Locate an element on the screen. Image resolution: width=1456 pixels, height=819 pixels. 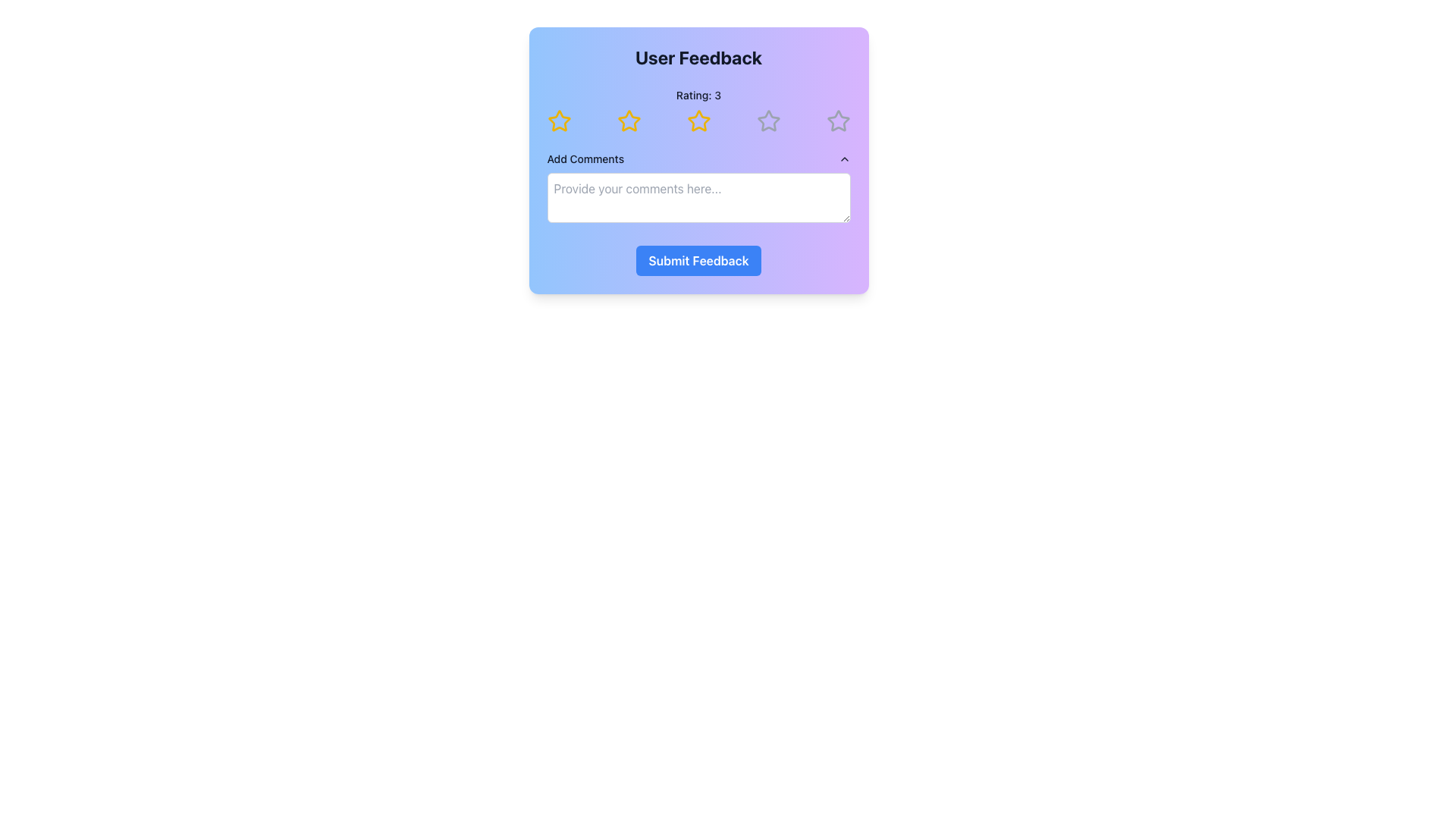
the first star rating icon, which is a yellow outlined star in a horizontal series of stars for rating selection preview is located at coordinates (558, 120).